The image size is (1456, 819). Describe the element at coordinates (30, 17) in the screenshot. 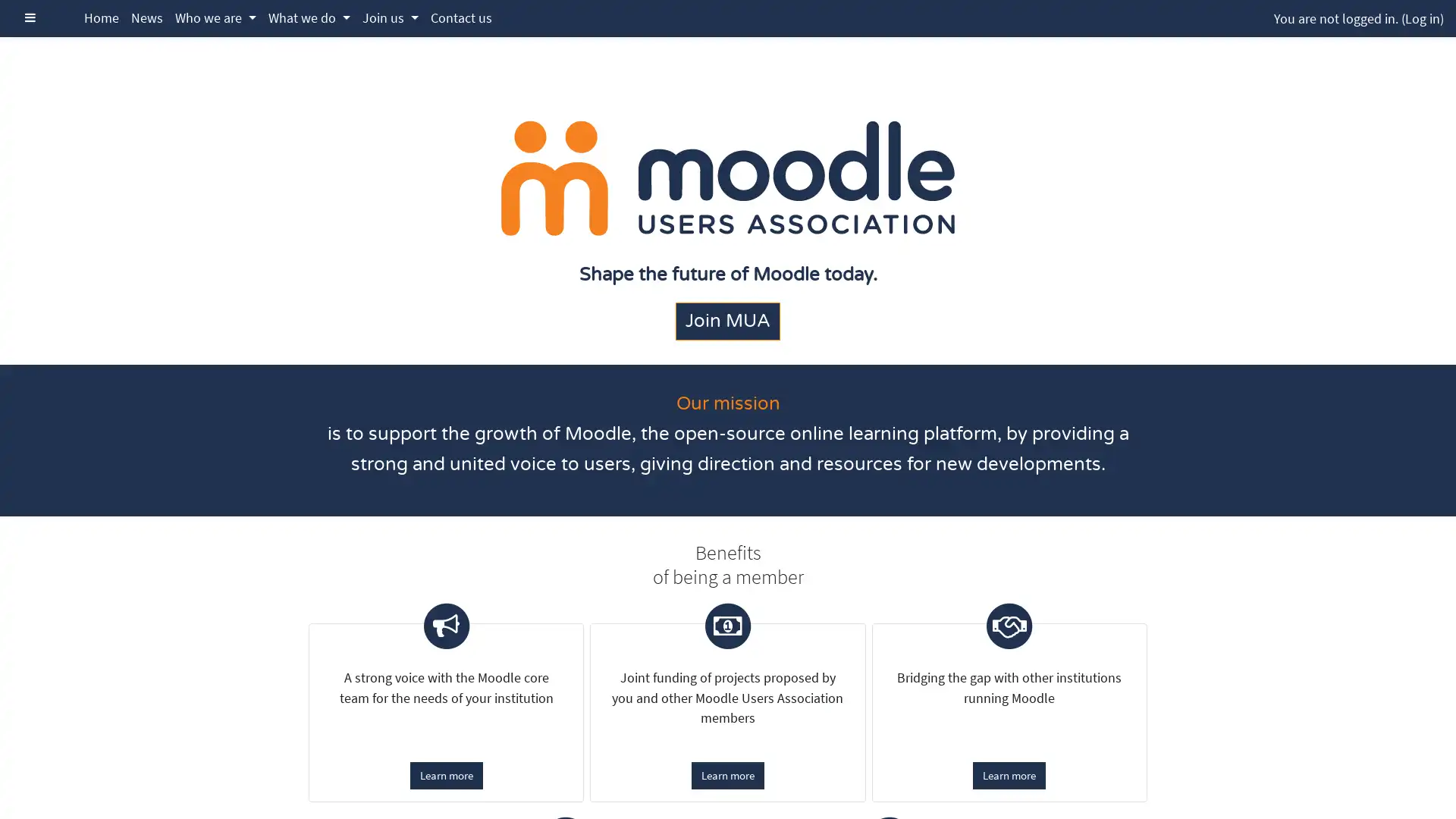

I see `Side panel` at that location.